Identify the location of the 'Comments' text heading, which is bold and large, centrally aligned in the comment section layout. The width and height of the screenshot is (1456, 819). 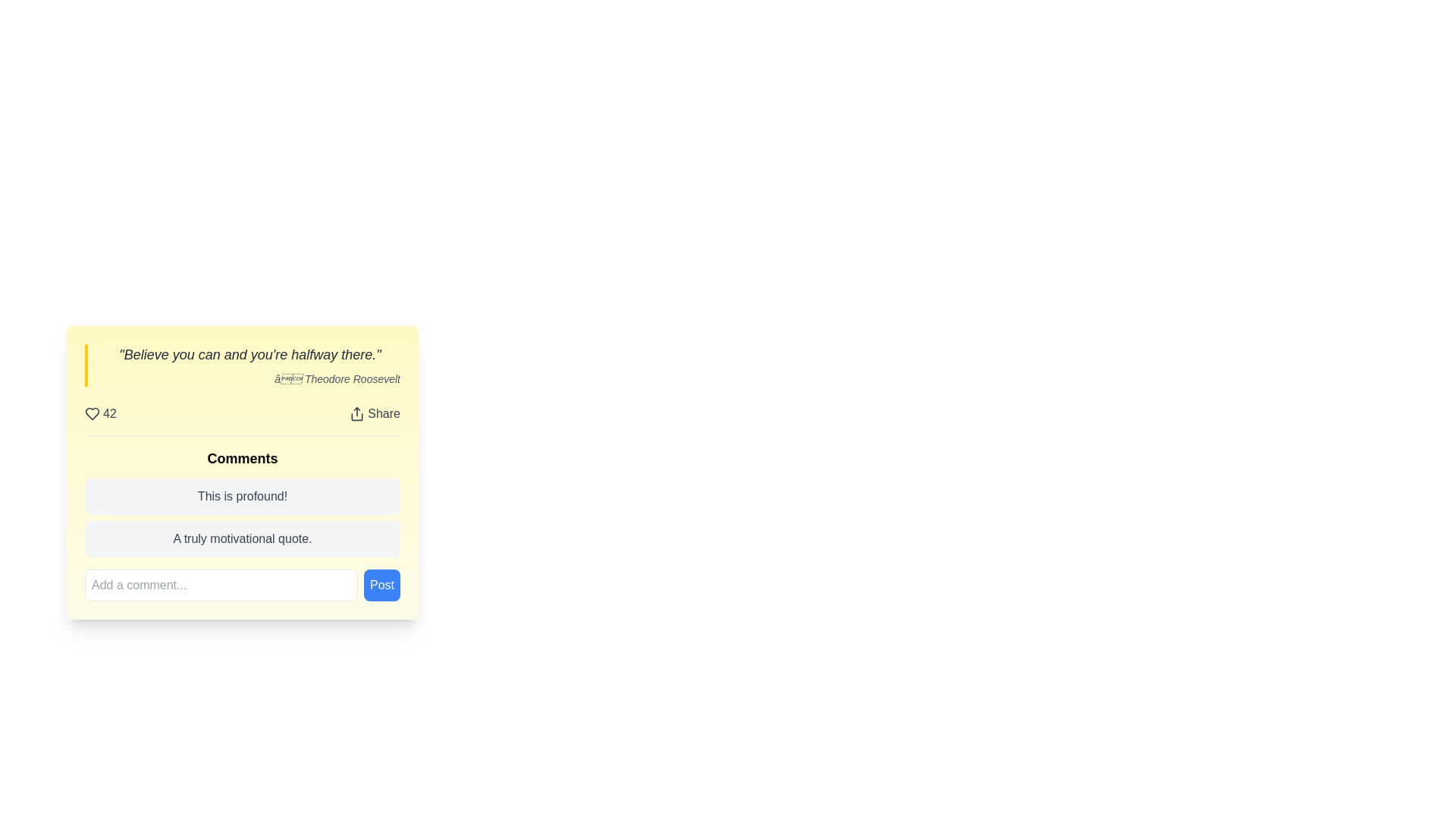
(243, 458).